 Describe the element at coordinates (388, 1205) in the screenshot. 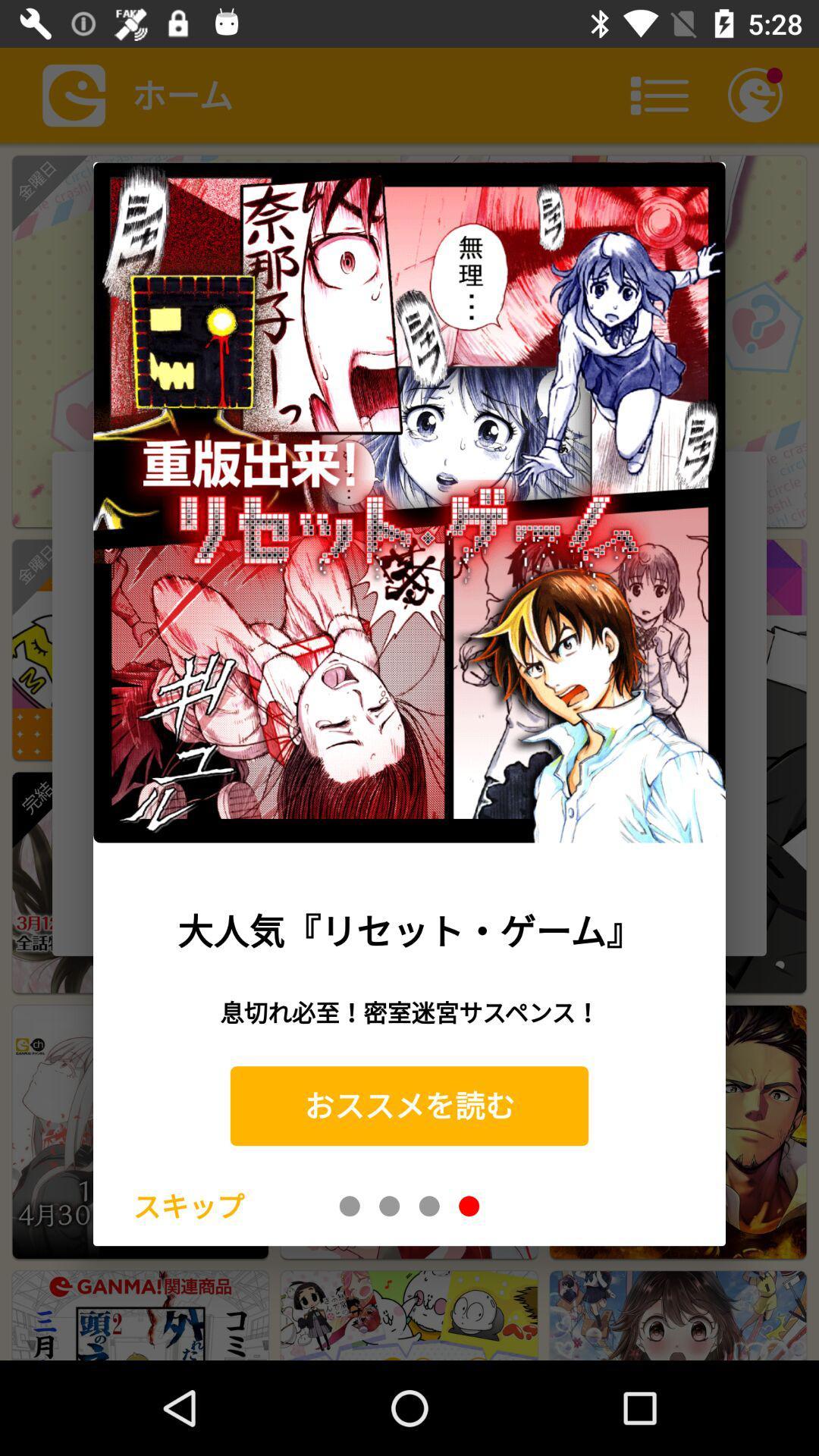

I see `window two` at that location.